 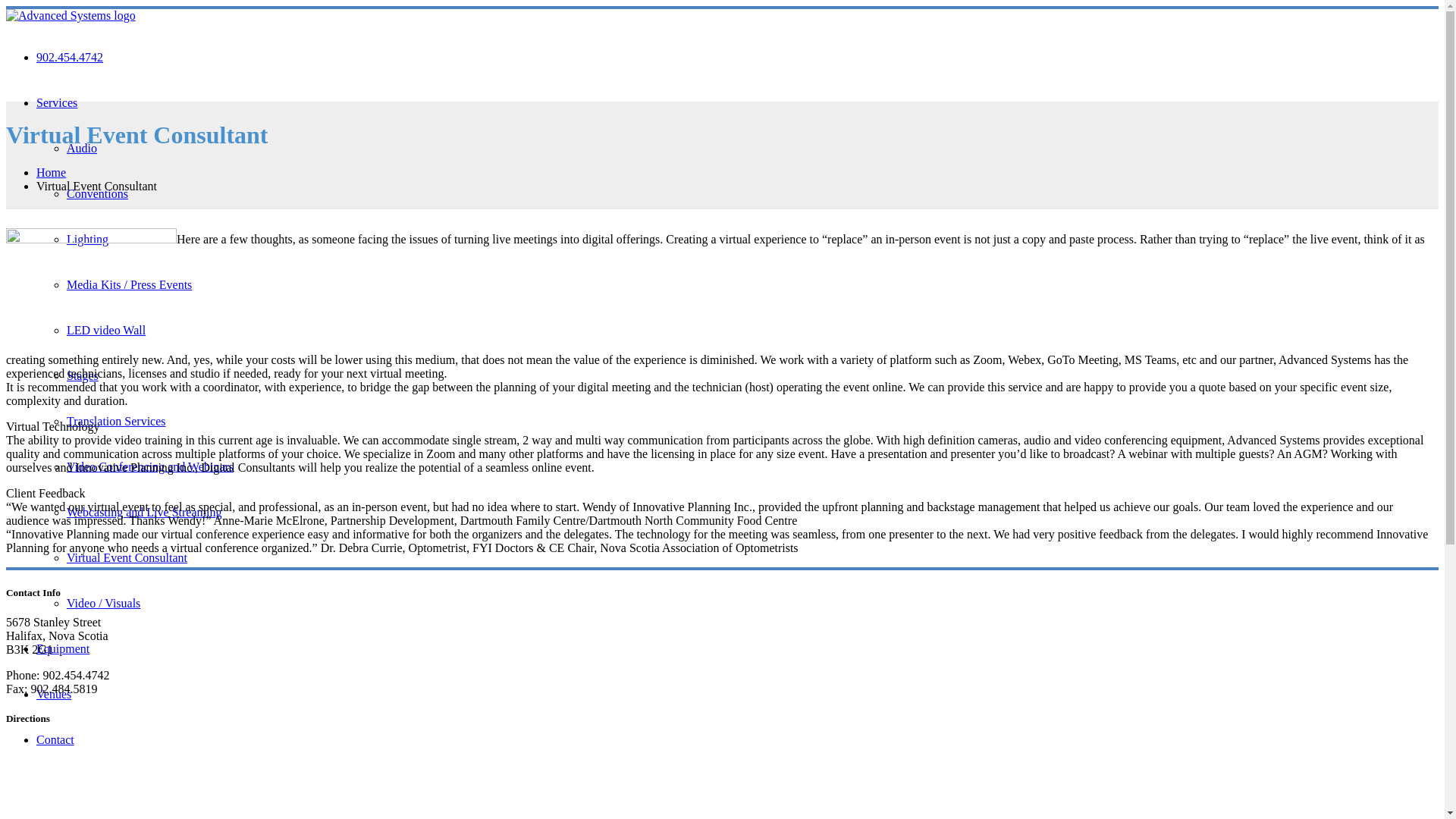 What do you see at coordinates (144, 512) in the screenshot?
I see `'Webcasting and Live Streaming'` at bounding box center [144, 512].